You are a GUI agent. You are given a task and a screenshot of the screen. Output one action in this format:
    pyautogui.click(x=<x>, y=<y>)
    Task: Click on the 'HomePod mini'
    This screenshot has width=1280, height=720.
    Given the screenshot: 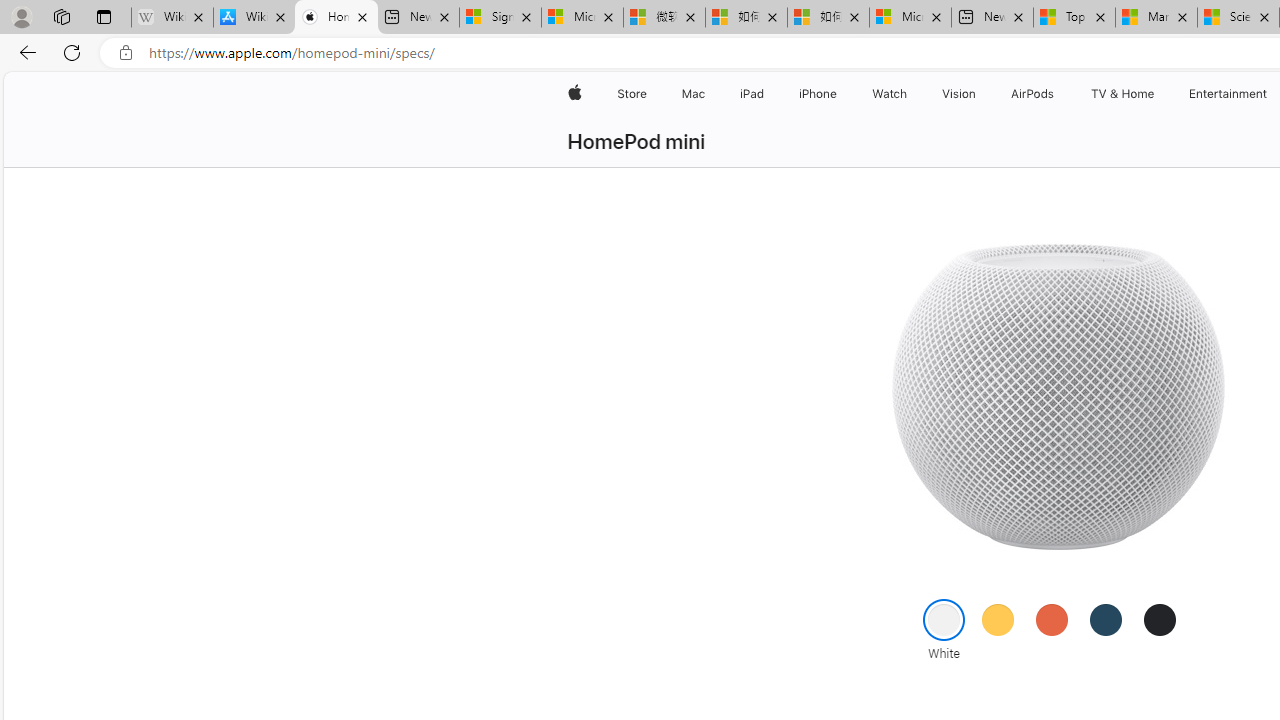 What is the action you would take?
    pyautogui.click(x=635, y=141)
    